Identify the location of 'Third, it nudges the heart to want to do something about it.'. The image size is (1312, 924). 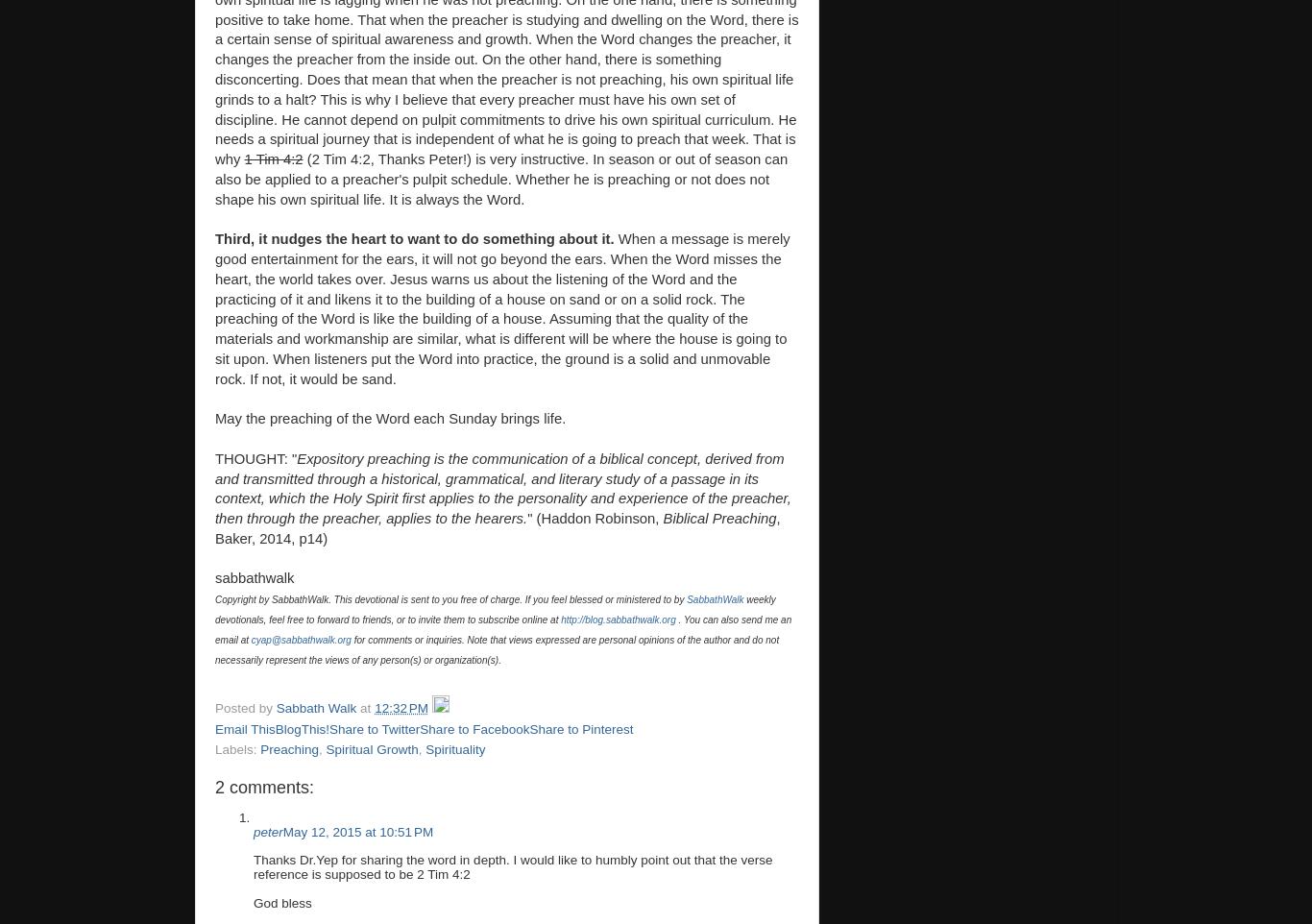
(415, 238).